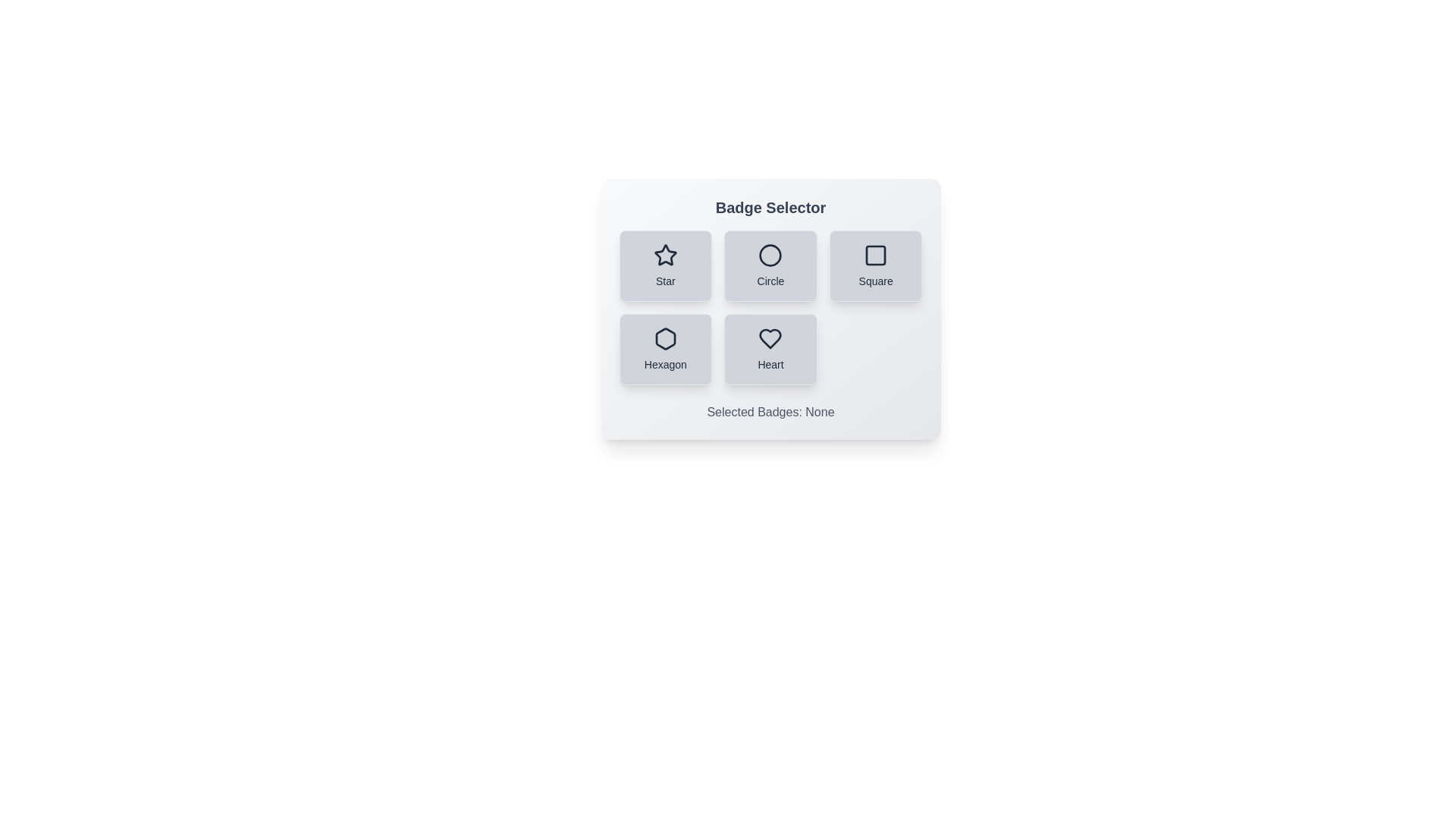  Describe the element at coordinates (876, 265) in the screenshot. I see `the badge button labeled Square to observe its visual feedback` at that location.